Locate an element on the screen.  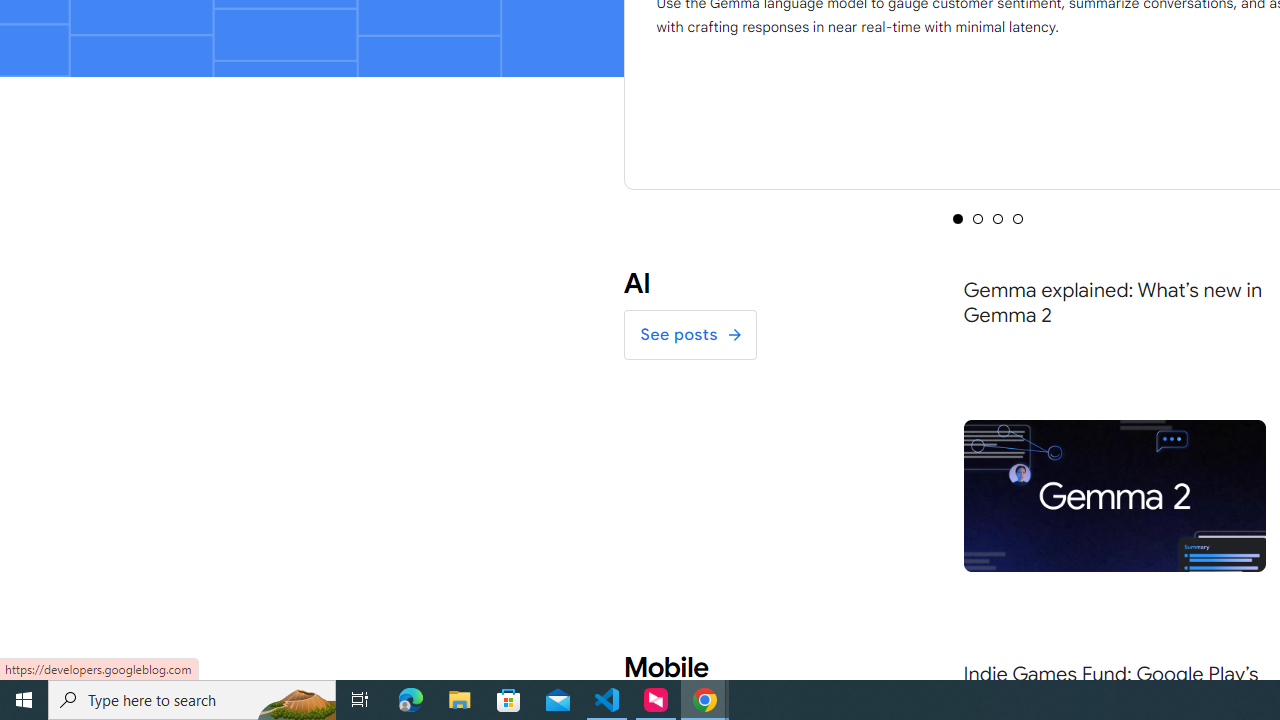
'Gemma-2-Feature' is located at coordinates (1113, 495).